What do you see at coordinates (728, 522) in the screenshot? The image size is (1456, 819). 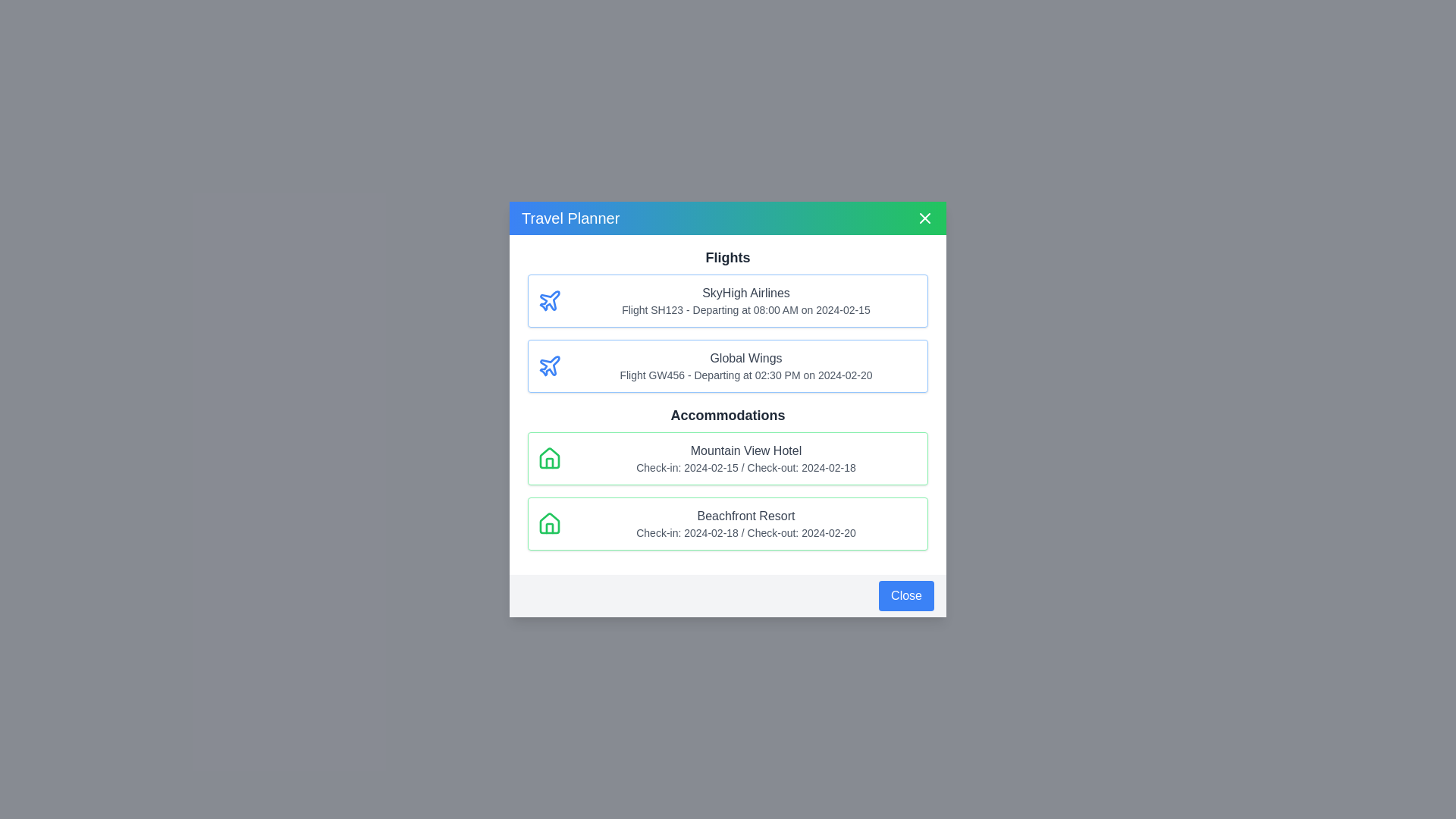 I see `the second list item component displaying details about the booked accommodation, located in the 'Accommodations' section` at bounding box center [728, 522].